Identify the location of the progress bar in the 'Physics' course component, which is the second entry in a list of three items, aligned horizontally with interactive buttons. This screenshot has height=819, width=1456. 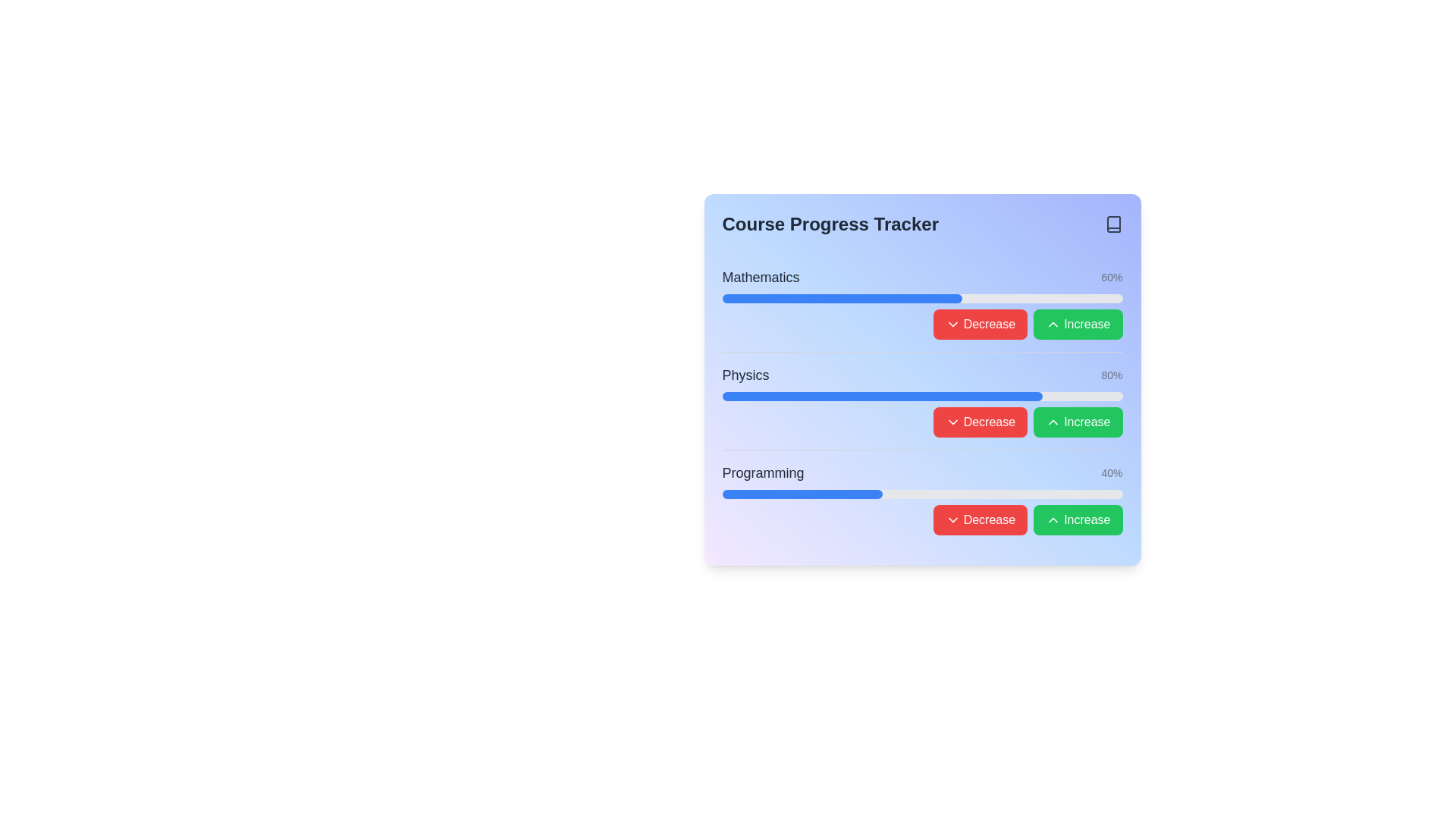
(921, 400).